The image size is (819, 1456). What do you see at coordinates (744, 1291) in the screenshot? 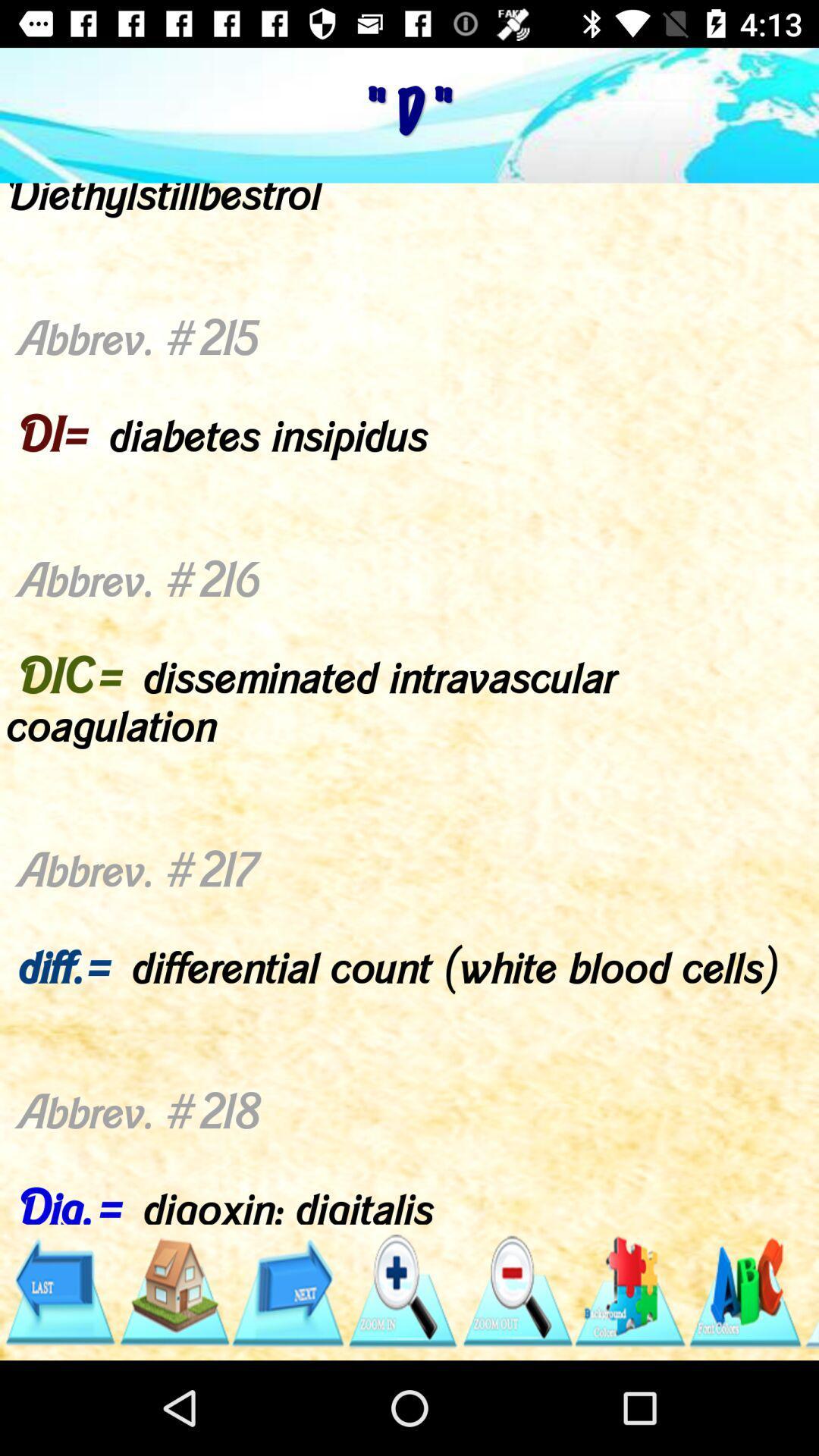
I see `item below abbrev 	209	 	d` at bounding box center [744, 1291].